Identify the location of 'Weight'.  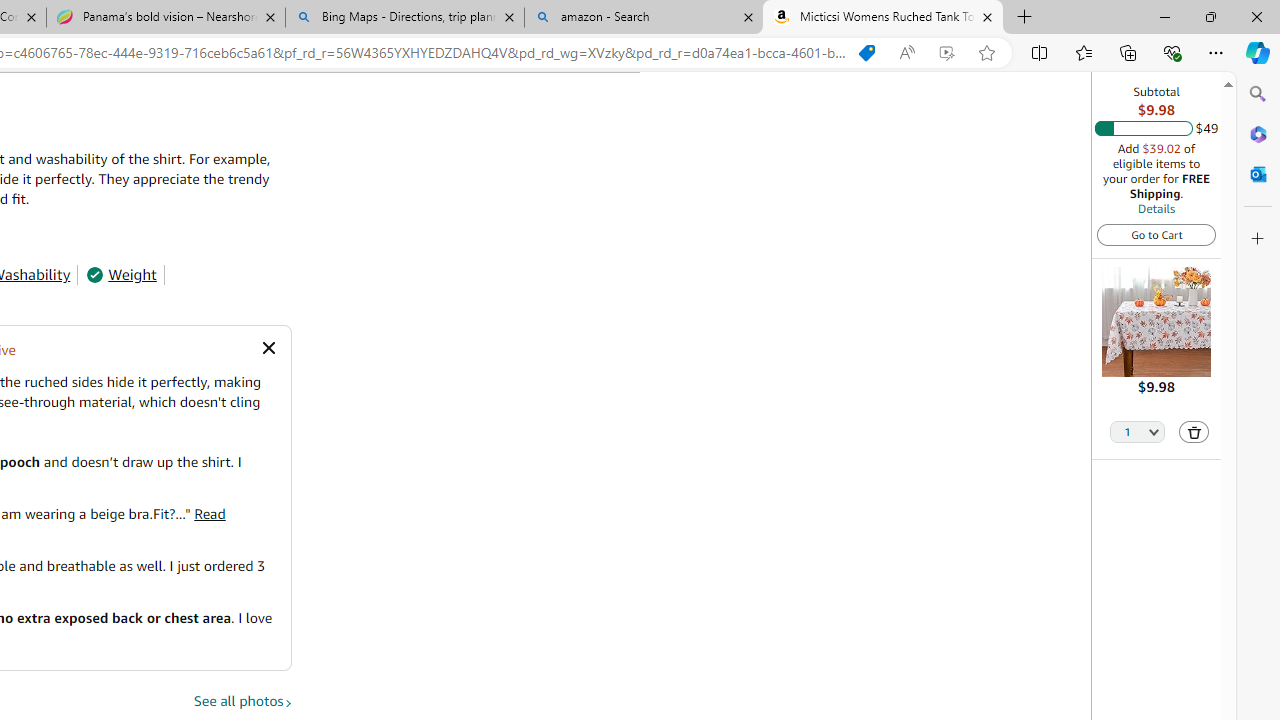
(120, 275).